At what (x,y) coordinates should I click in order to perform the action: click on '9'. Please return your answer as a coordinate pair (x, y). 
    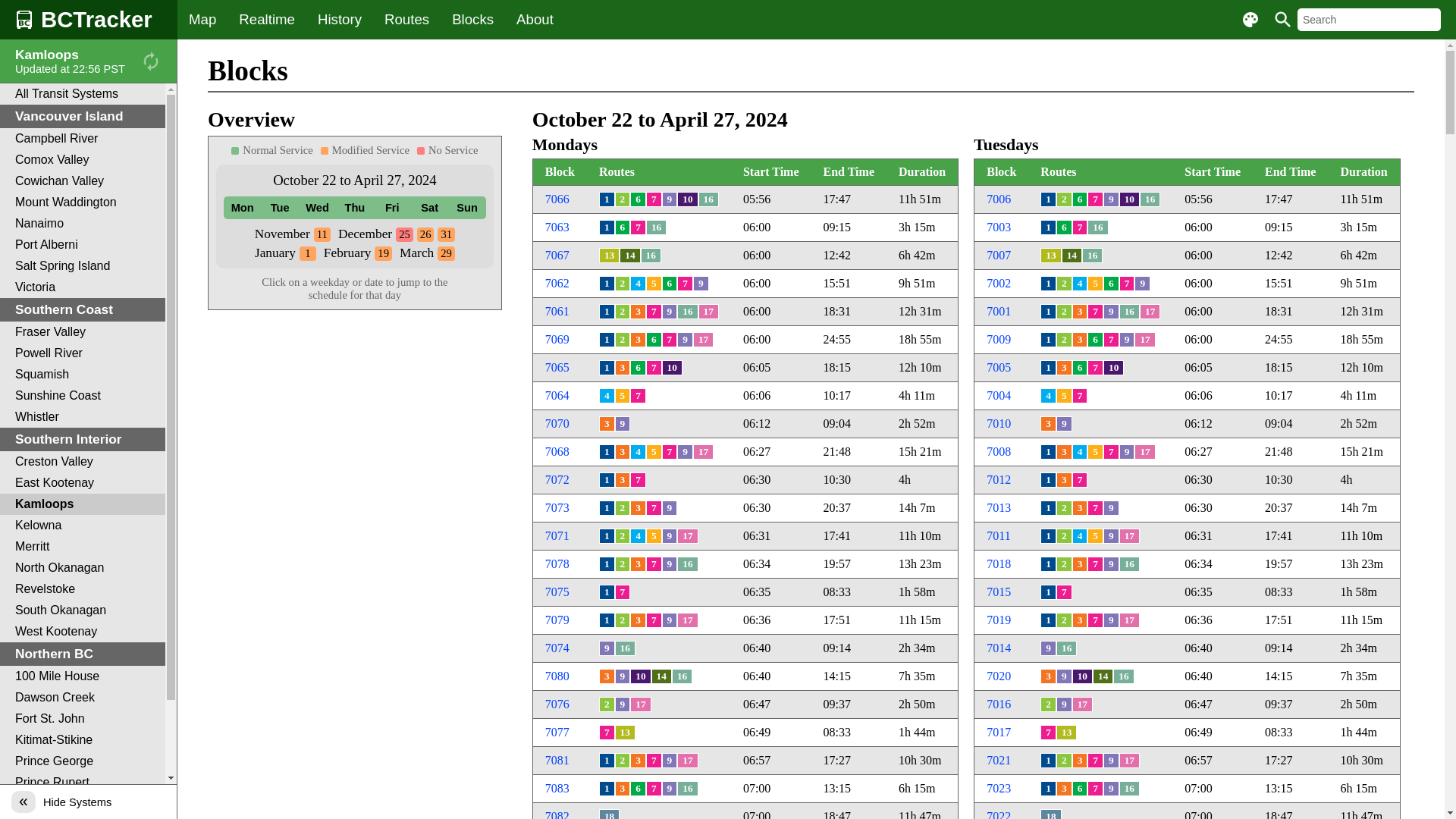
    Looking at the image, I should click on (1103, 760).